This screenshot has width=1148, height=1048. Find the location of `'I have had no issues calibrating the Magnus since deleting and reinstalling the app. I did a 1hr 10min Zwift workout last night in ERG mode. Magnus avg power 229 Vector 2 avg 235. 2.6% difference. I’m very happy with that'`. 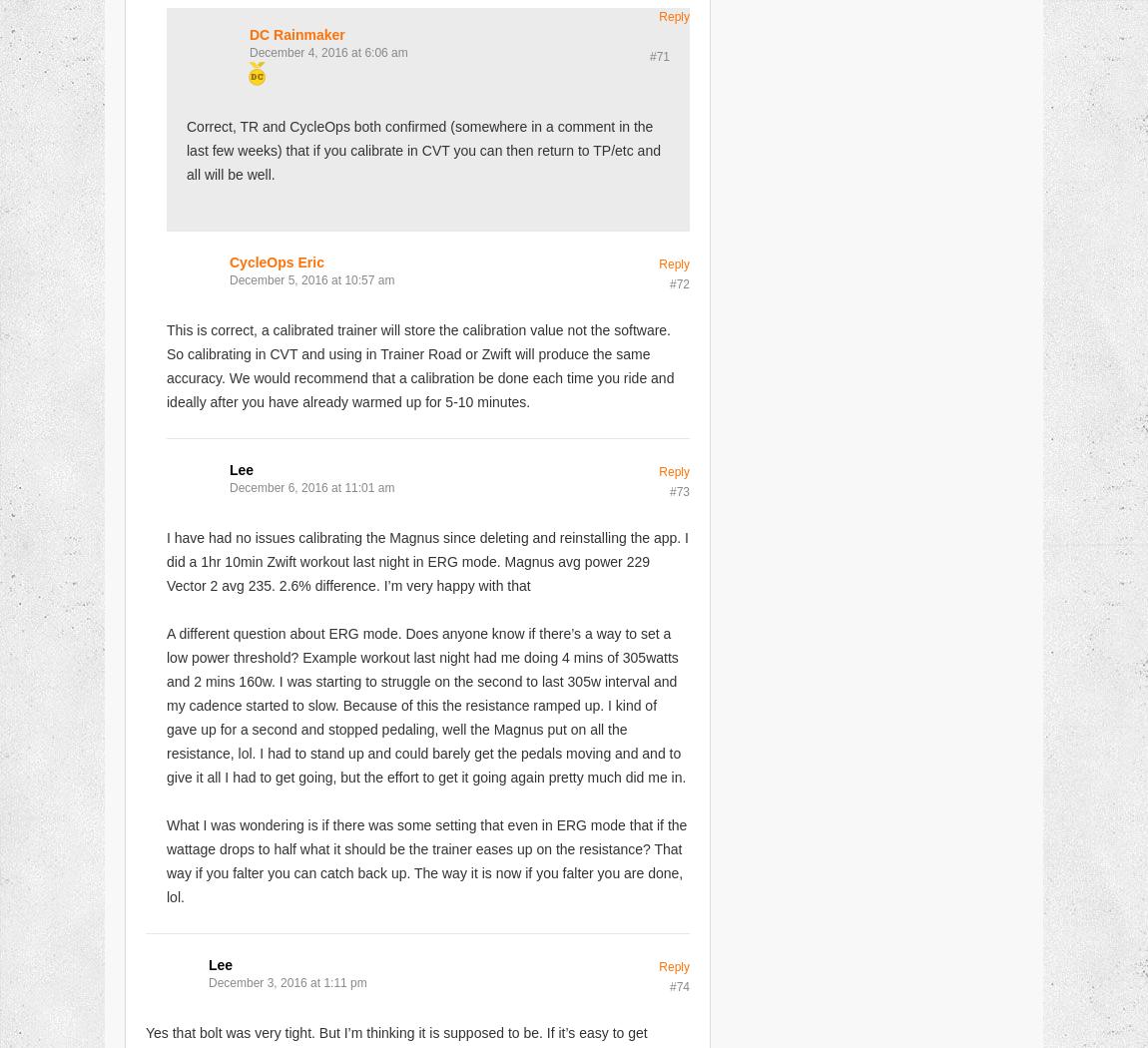

'I have had no issues calibrating the Magnus since deleting and reinstalling the app. I did a 1hr 10min Zwift workout last night in ERG mode. Magnus avg power 229 Vector 2 avg 235. 2.6% difference. I’m very happy with that' is located at coordinates (427, 560).